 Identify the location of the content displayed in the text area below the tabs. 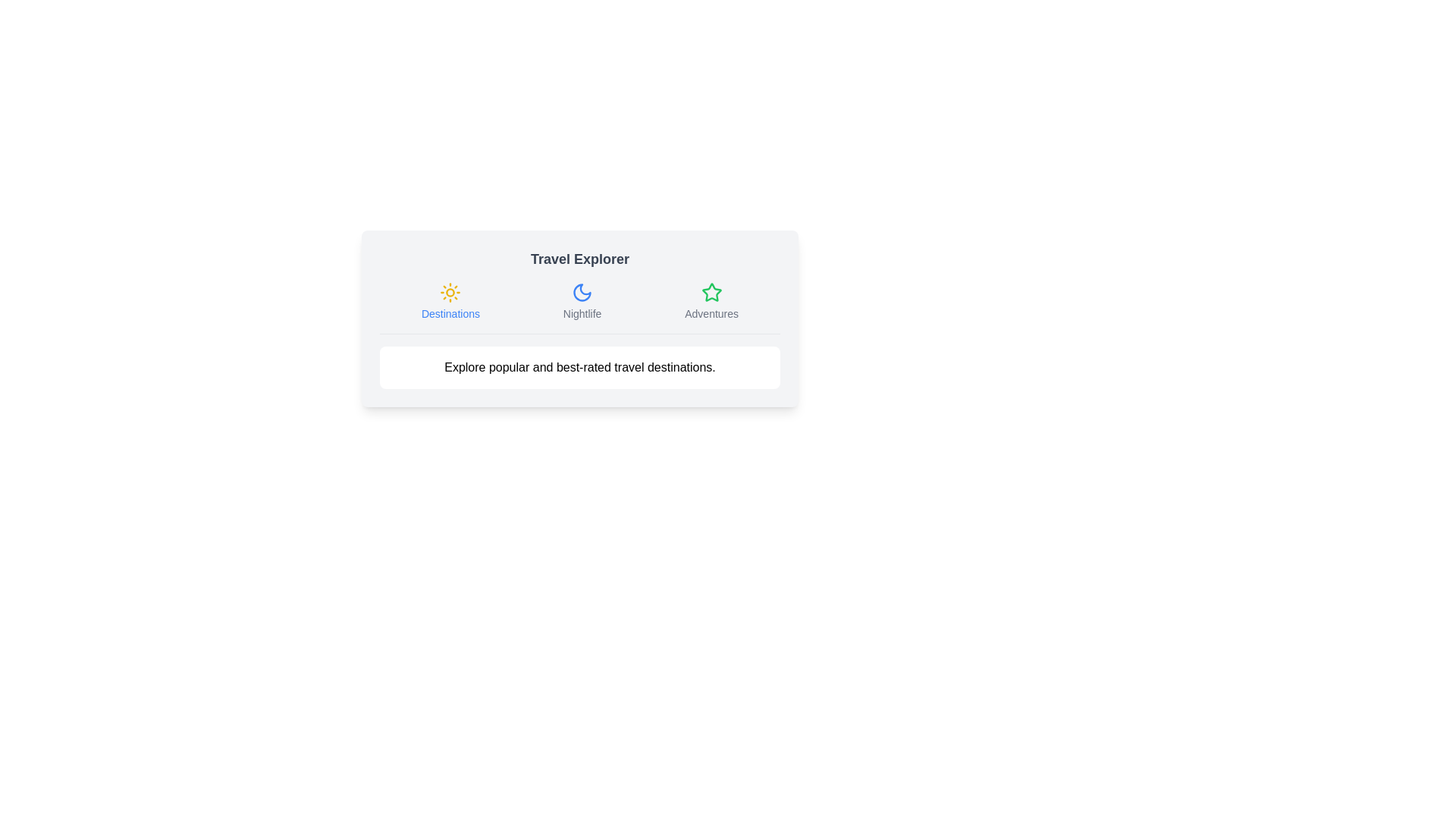
(579, 368).